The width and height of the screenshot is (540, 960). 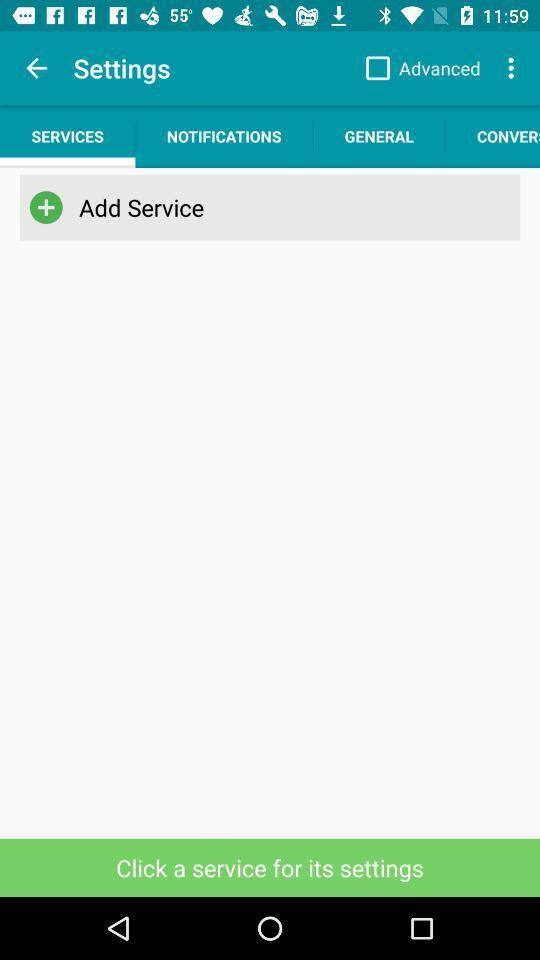 What do you see at coordinates (266, 207) in the screenshot?
I see `icon below the services` at bounding box center [266, 207].